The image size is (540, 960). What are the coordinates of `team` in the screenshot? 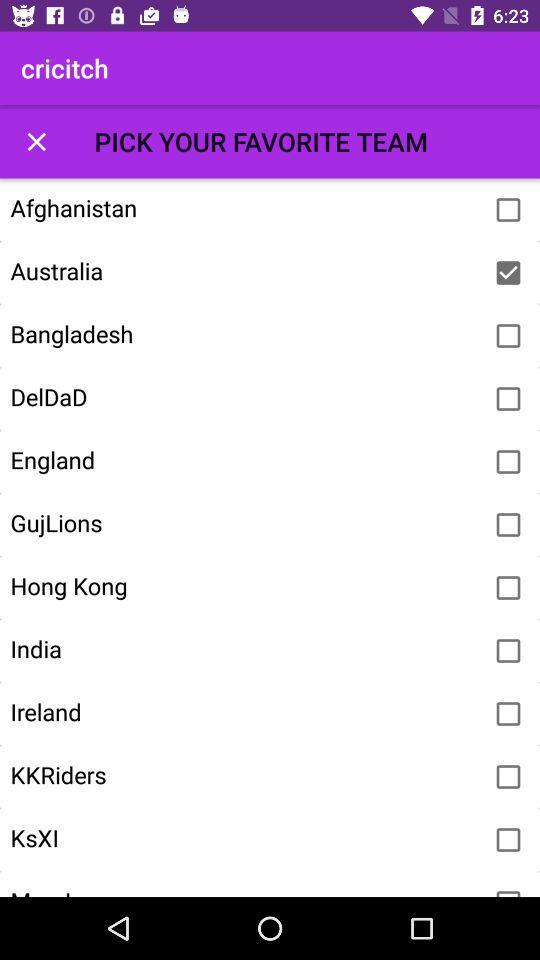 It's located at (508, 776).